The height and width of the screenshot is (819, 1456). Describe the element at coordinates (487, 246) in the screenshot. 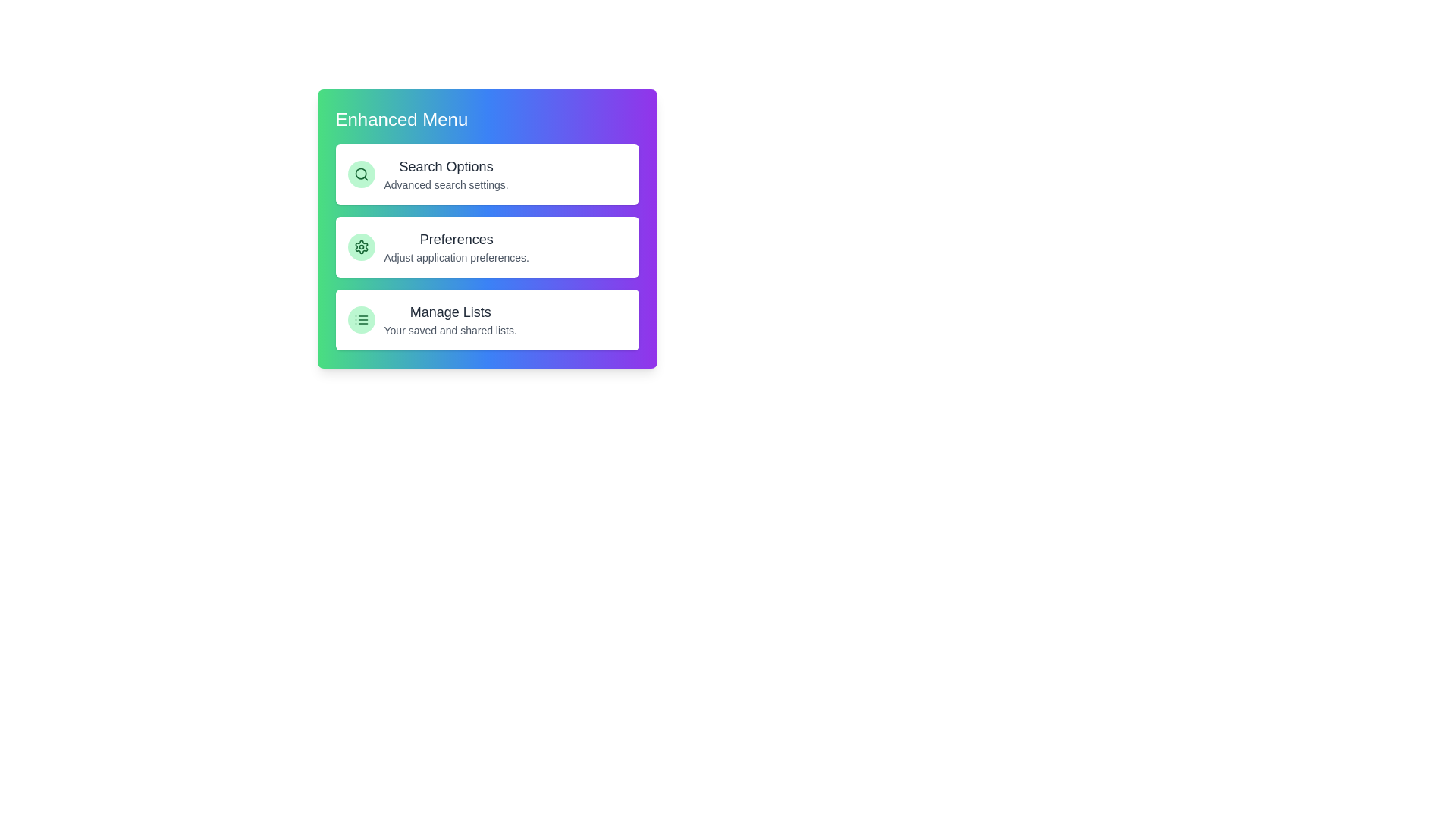

I see `the menu item titled Preferences from the StyledMenu` at that location.